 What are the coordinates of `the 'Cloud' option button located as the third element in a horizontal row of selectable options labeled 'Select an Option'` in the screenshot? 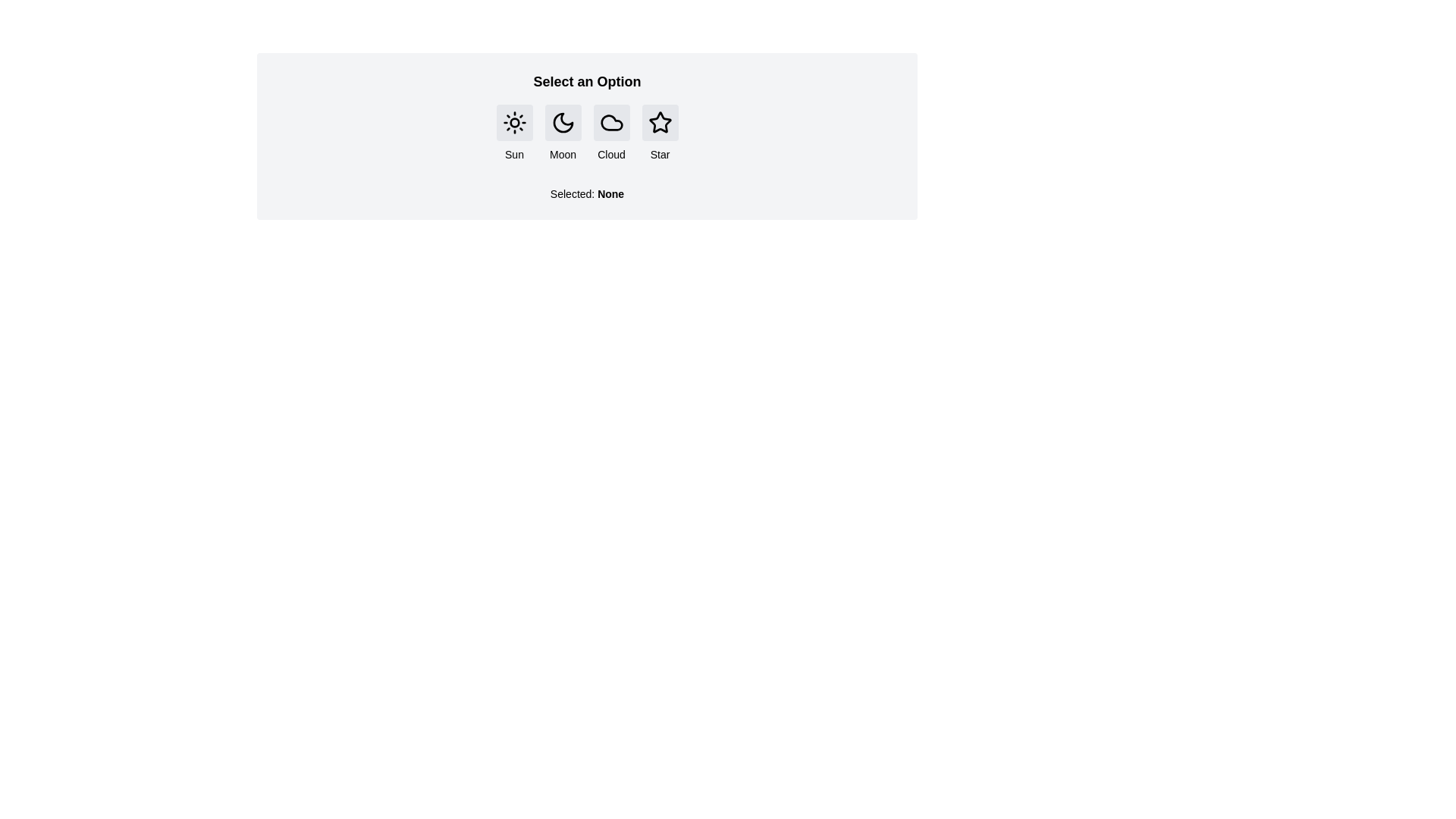 It's located at (611, 122).